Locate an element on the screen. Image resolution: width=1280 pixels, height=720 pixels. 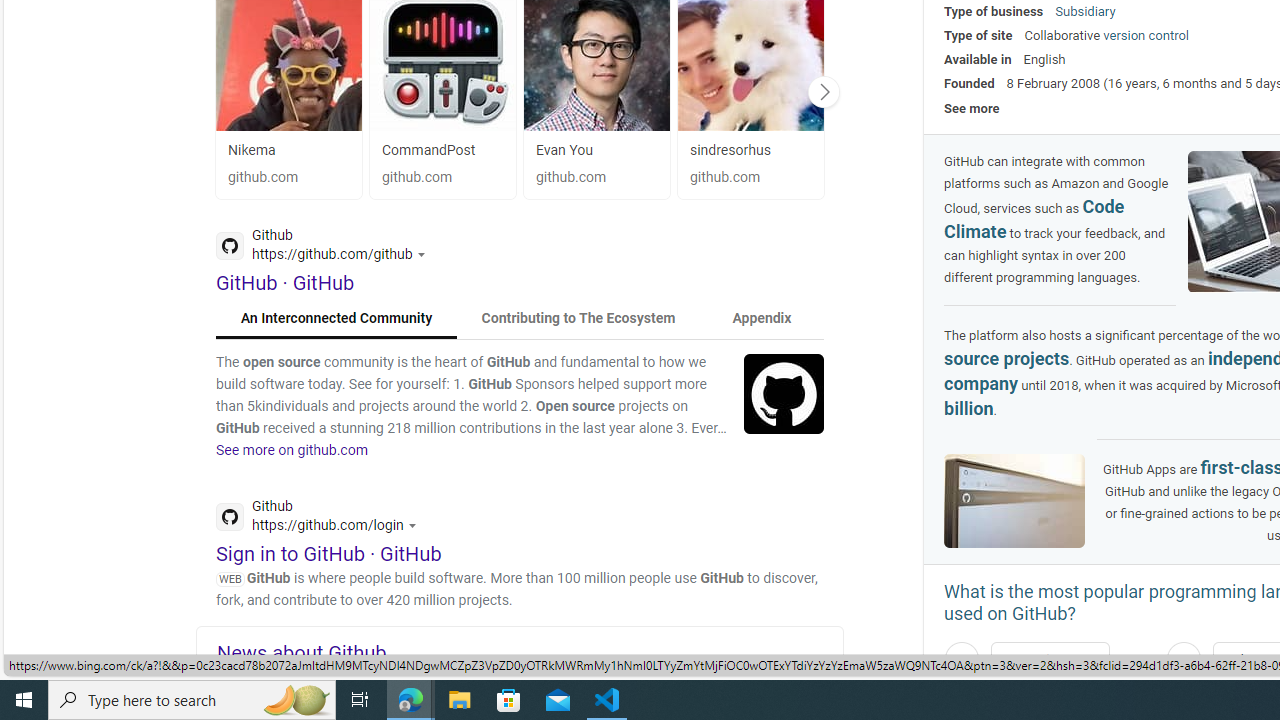
'Available in' is located at coordinates (978, 58).